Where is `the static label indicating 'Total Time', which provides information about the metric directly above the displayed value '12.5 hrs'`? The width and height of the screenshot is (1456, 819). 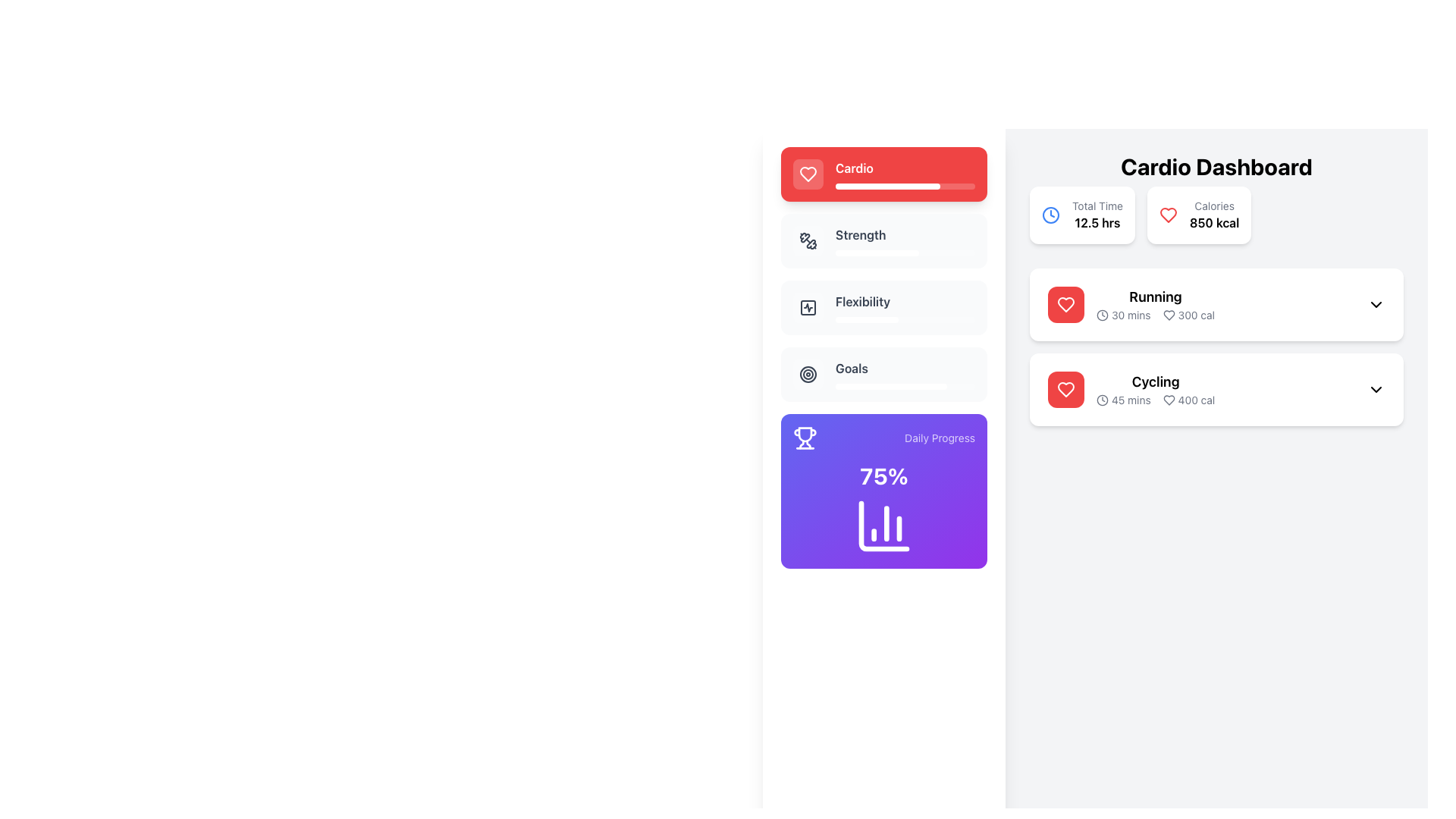 the static label indicating 'Total Time', which provides information about the metric directly above the displayed value '12.5 hrs' is located at coordinates (1097, 206).